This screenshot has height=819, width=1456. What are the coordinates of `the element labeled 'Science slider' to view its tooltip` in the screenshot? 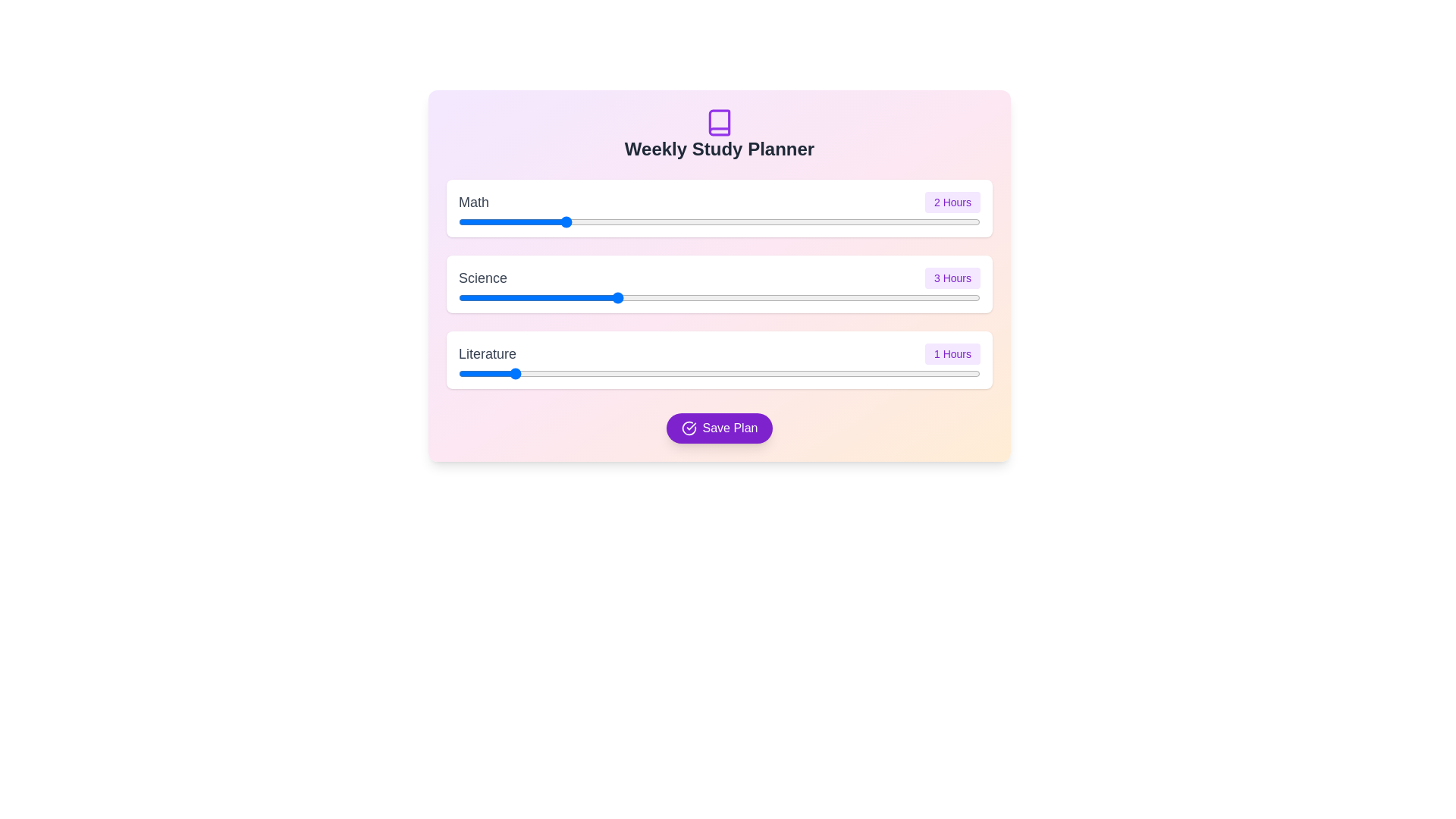 It's located at (719, 298).